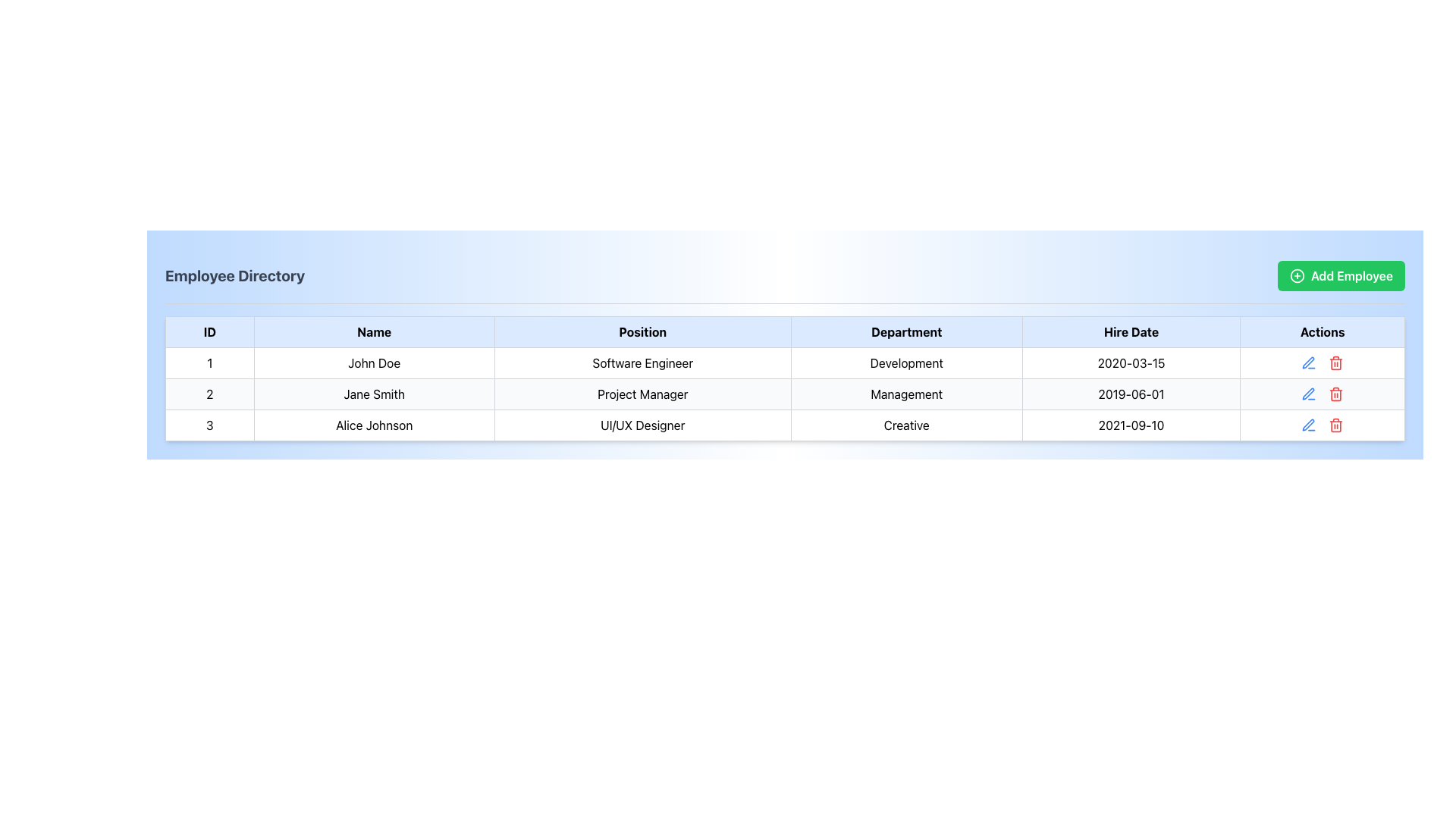  I want to click on the text element displaying the name of an individual, located in the second cell of the first row under the 'Name' column in the database table, so click(374, 362).